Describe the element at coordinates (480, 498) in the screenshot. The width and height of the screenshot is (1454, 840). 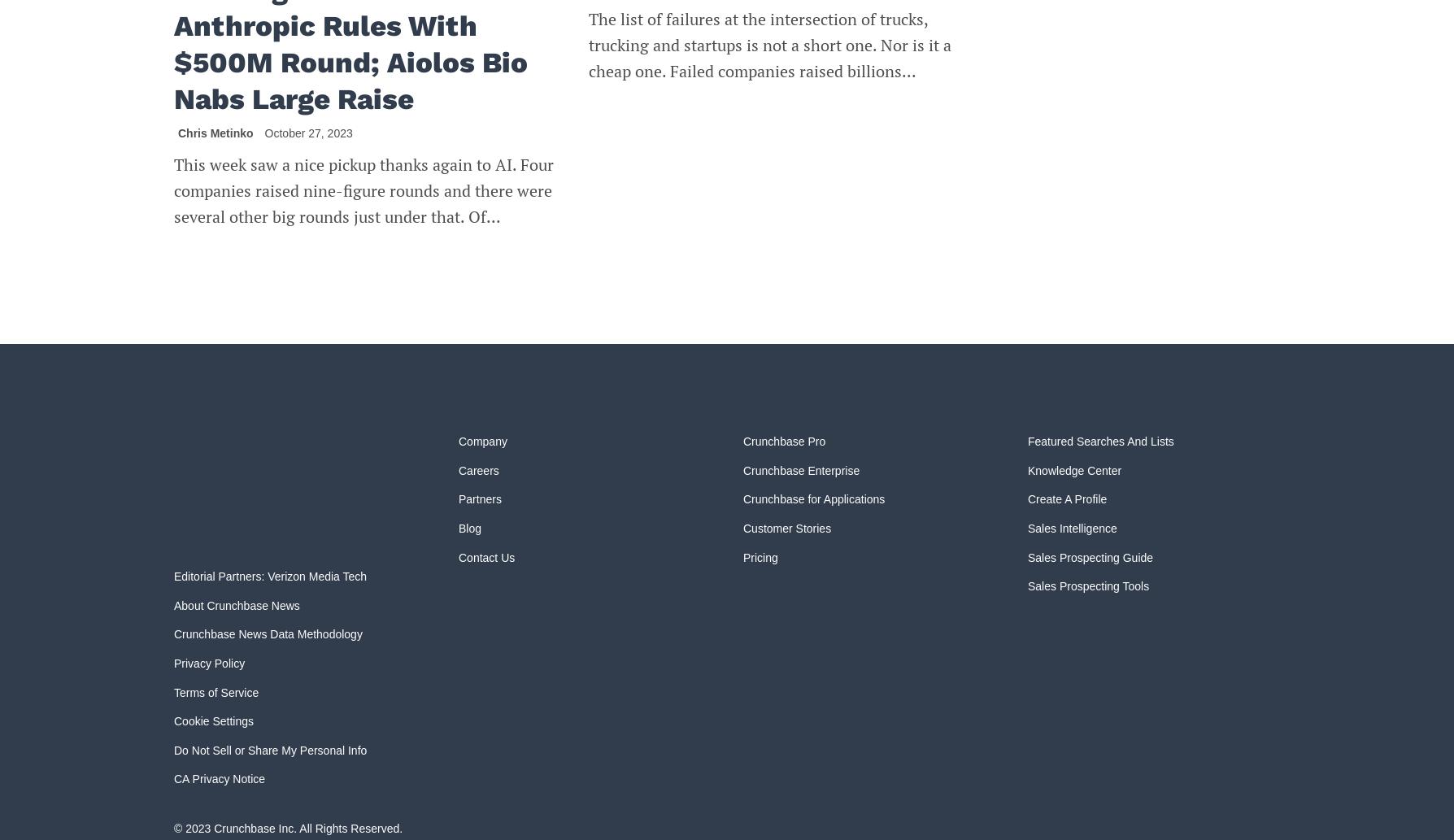
I see `'Partners'` at that location.